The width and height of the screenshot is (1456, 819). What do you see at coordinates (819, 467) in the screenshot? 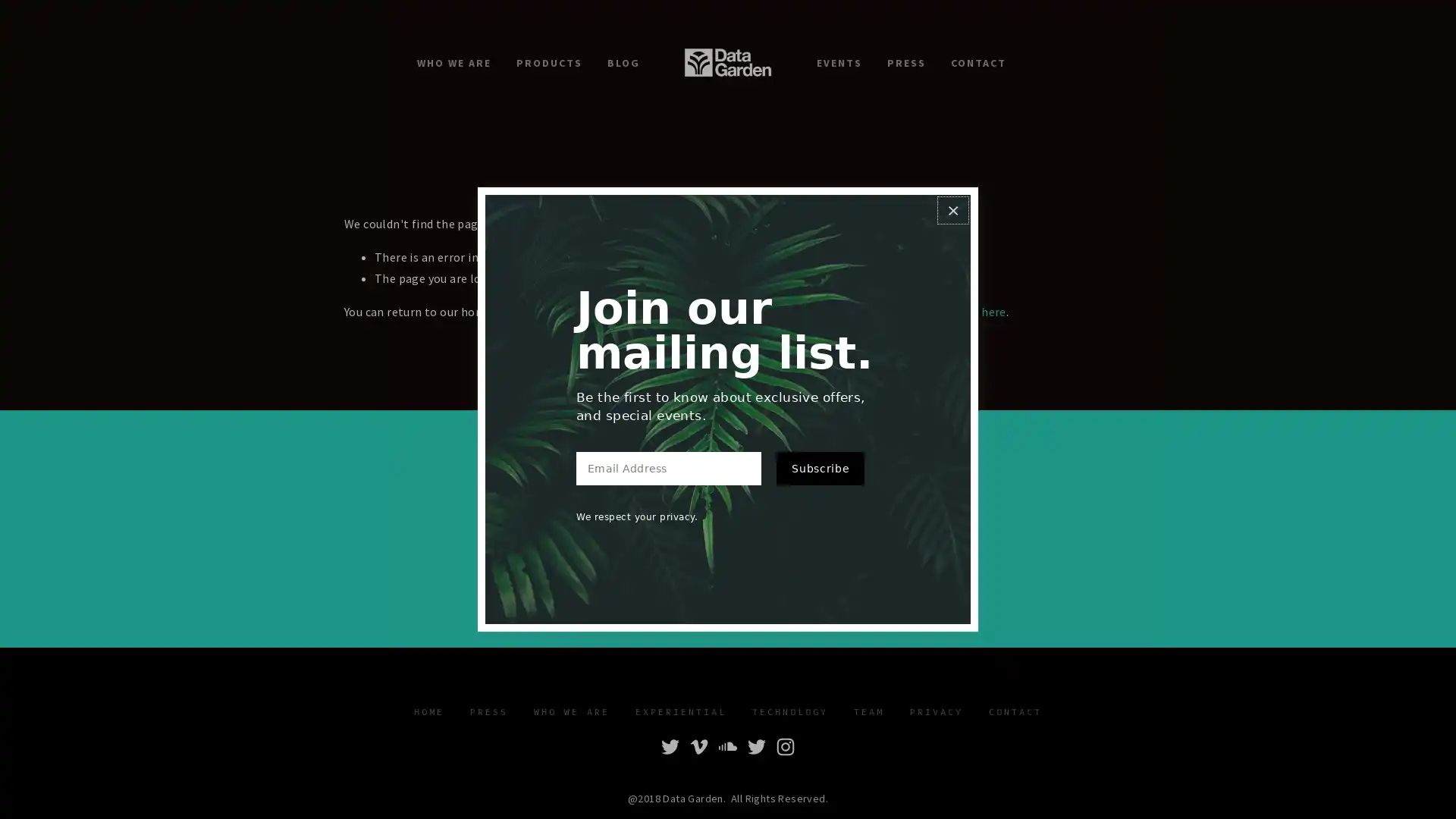
I see `Subscribe` at bounding box center [819, 467].